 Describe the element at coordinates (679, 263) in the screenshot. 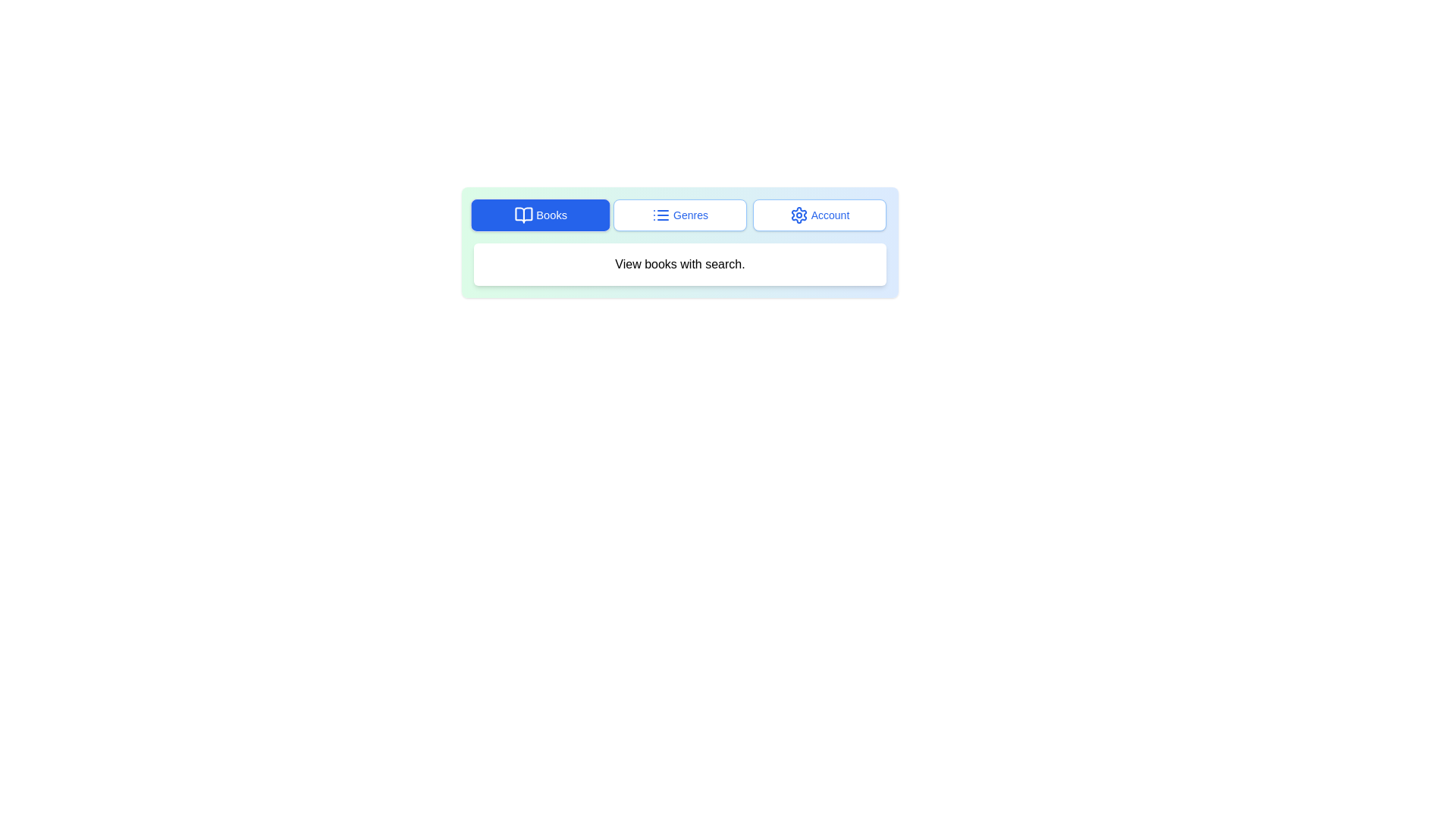

I see `the Static Text Box that provides instructions about viewing books, located below the 'Books,' 'Genres,' and 'Account' buttons` at that location.